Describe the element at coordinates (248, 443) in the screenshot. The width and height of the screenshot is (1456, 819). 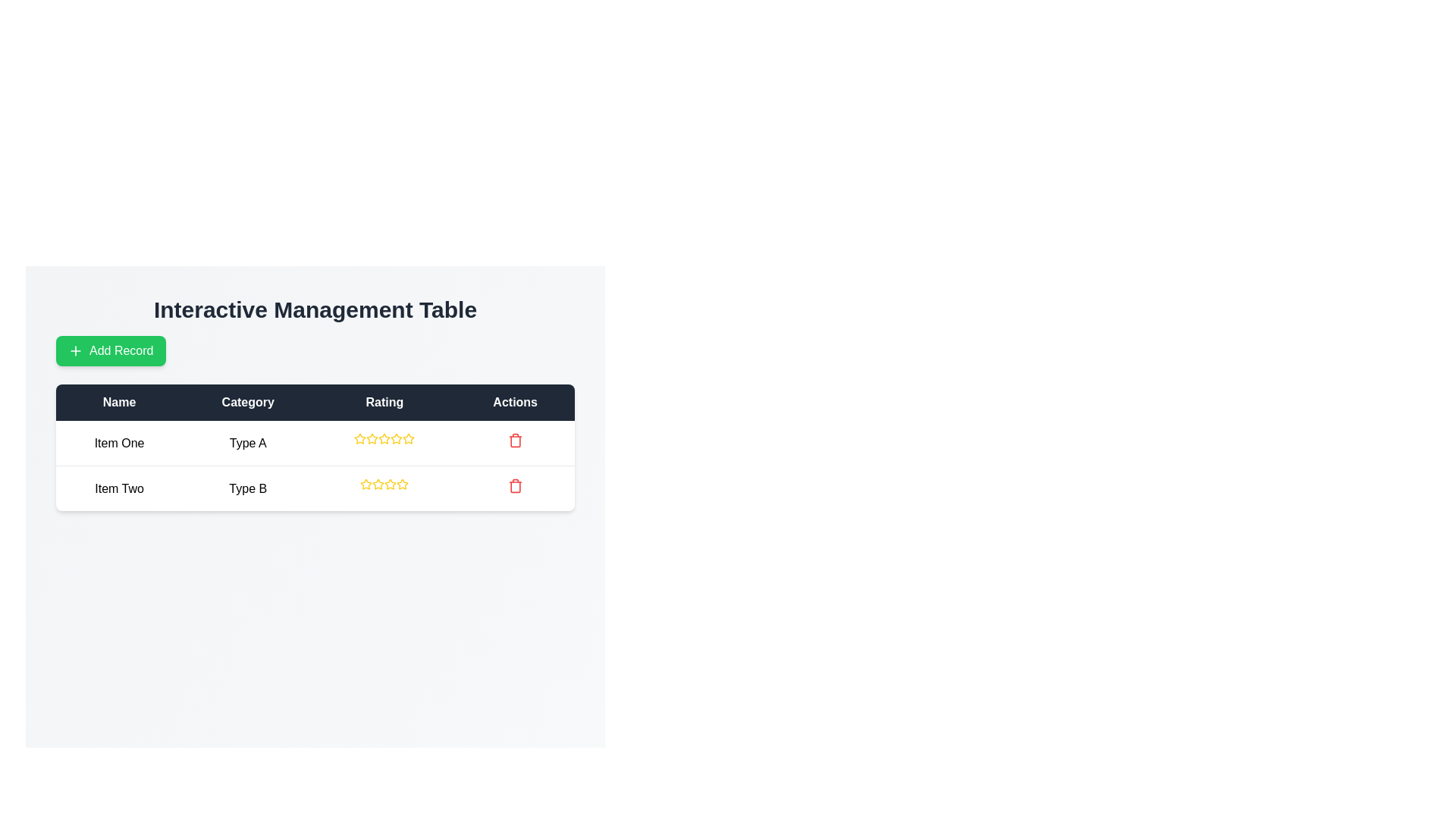
I see `the Static Text Label displaying 'Type A' in the 'Category' column of the table, which aligns with 'Item One'` at that location.